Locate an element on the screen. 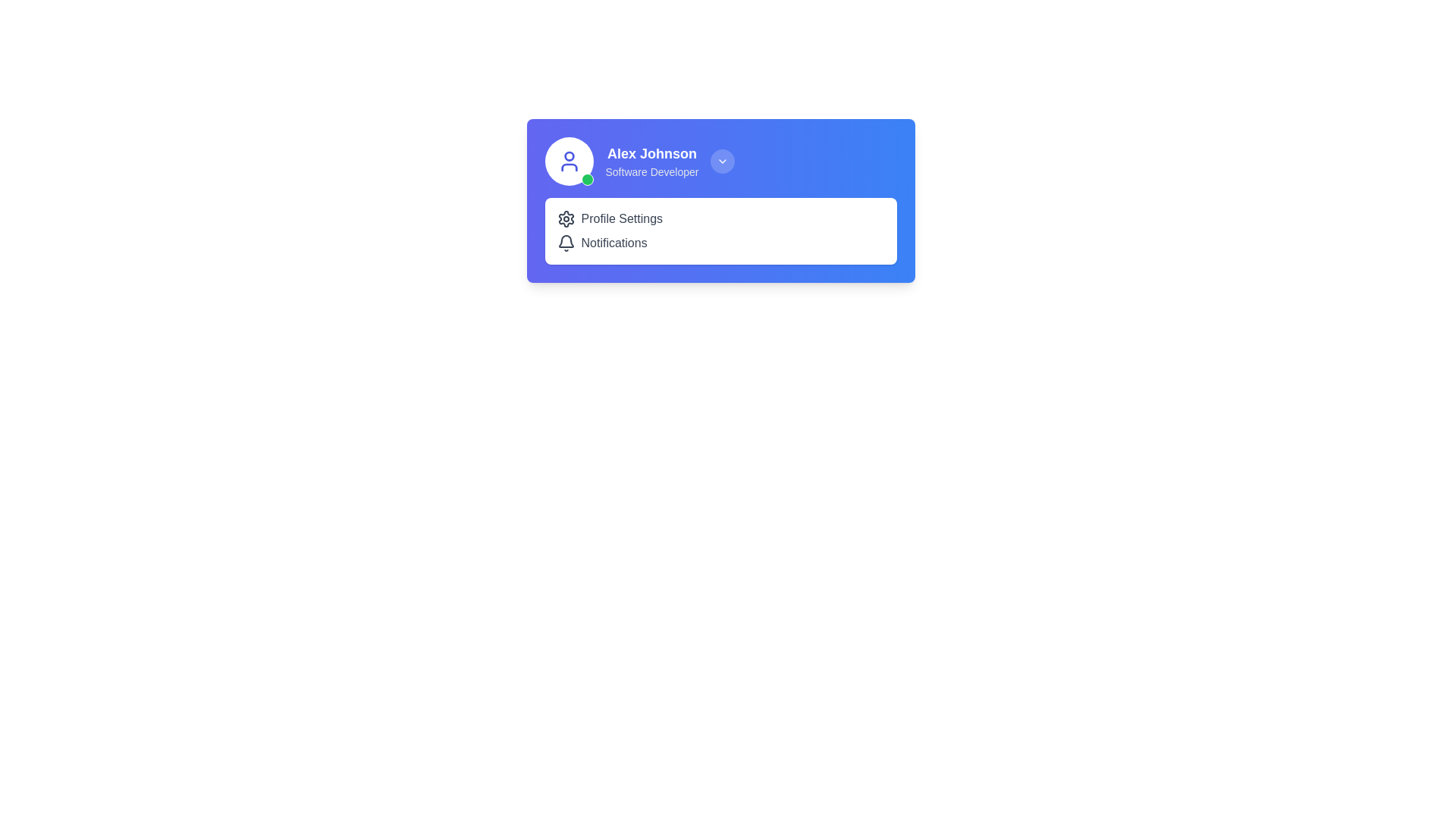  the bell-shaped notification icon located to the left of the 'Notifications' text within the options listed under the blue profile card is located at coordinates (565, 242).